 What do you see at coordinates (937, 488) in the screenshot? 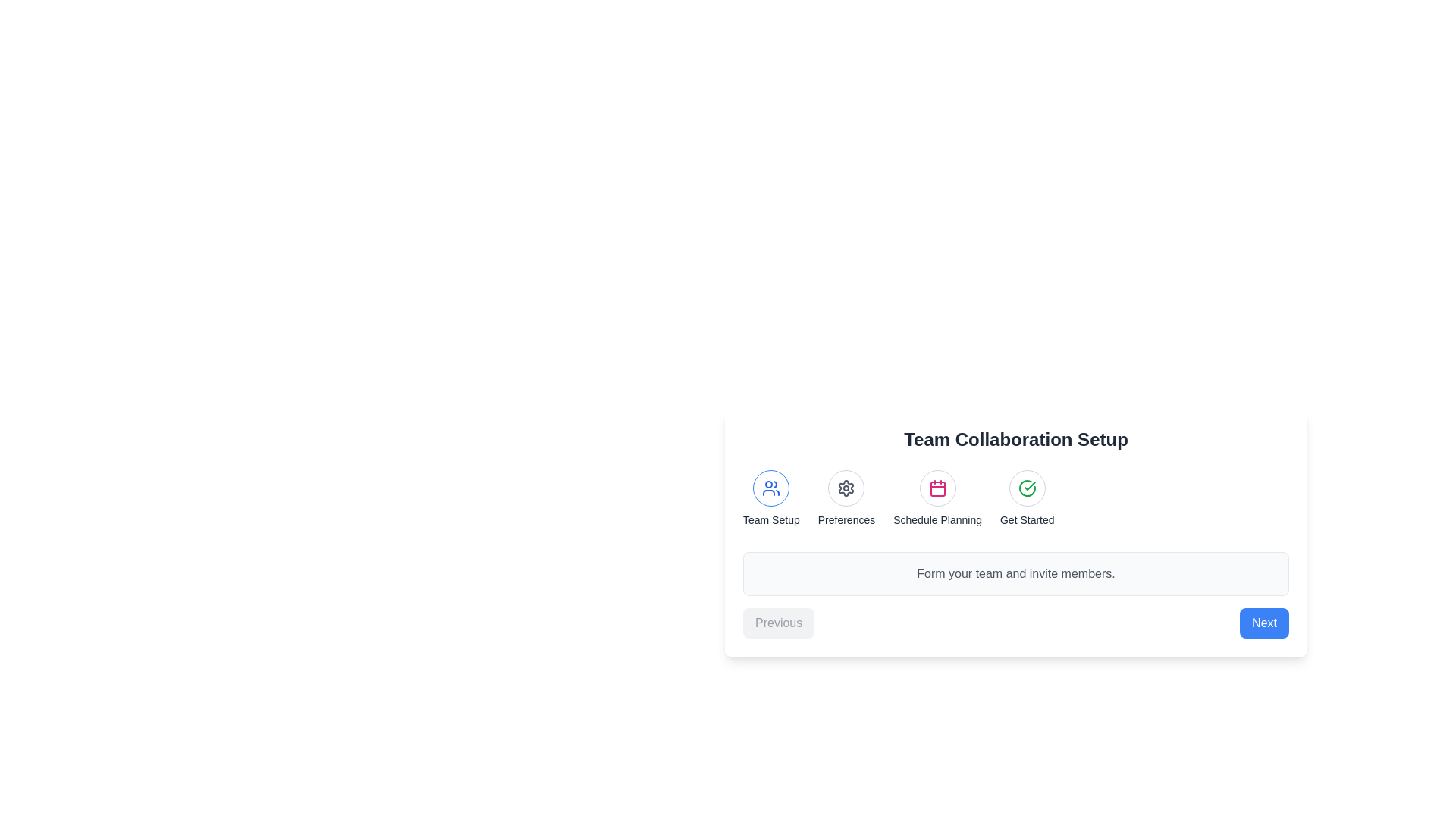
I see `the pink calendar icon labeled 'Schedule Planning', which is the third icon from the left under 'Team Collaboration Setup'` at bounding box center [937, 488].